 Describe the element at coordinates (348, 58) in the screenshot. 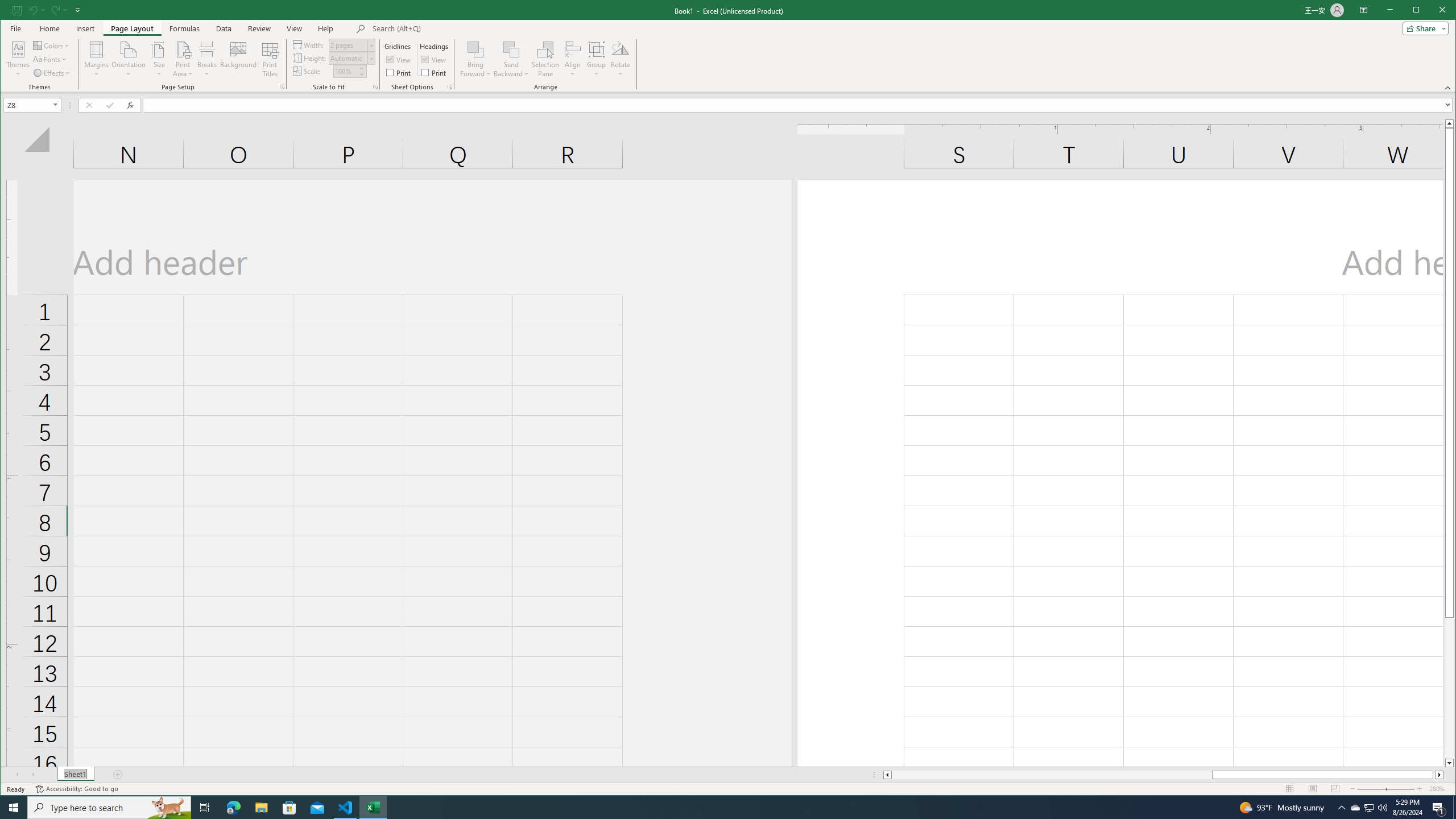

I see `'Height'` at that location.